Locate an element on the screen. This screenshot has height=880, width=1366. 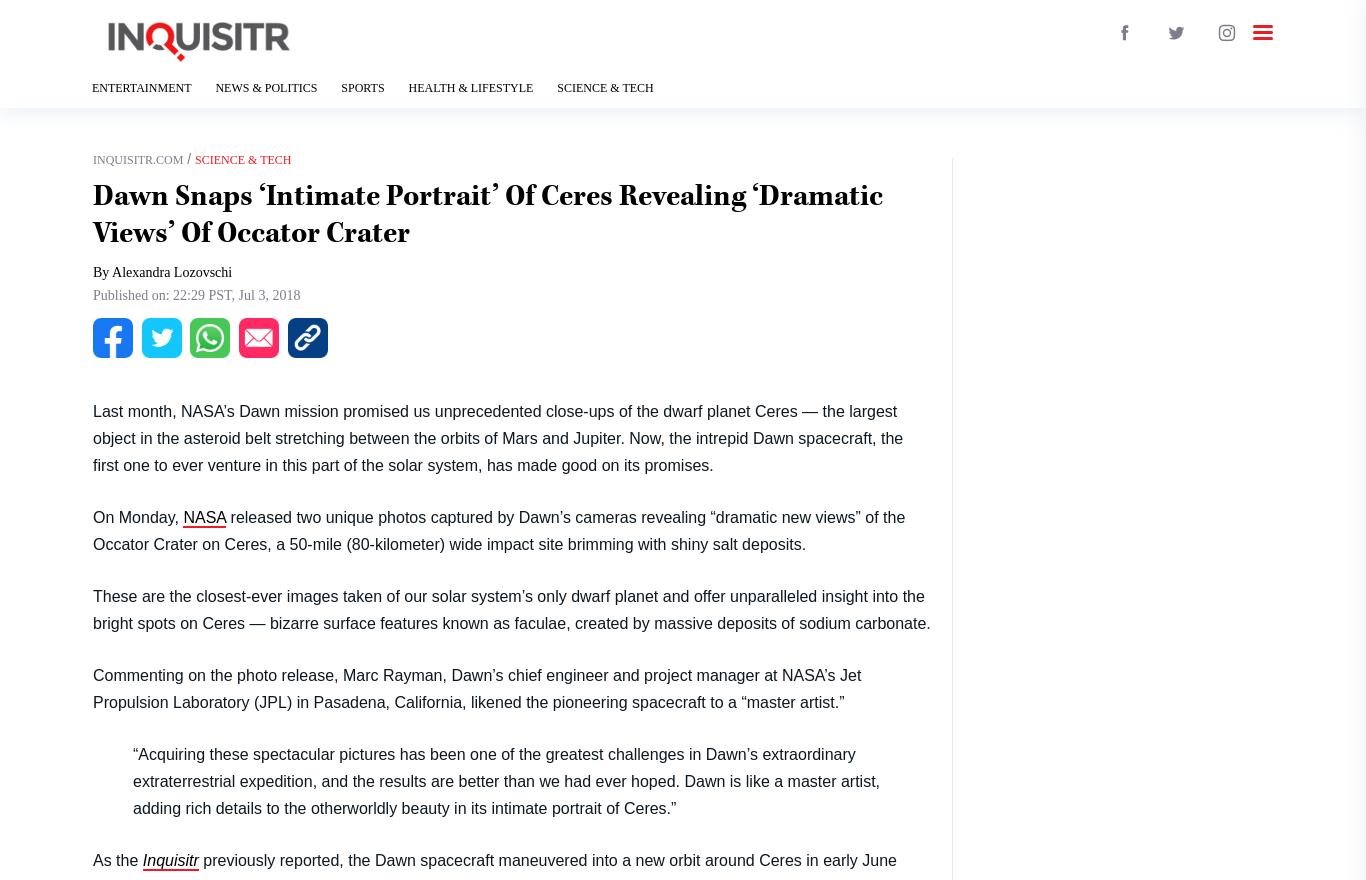
'As the' is located at coordinates (93, 859).